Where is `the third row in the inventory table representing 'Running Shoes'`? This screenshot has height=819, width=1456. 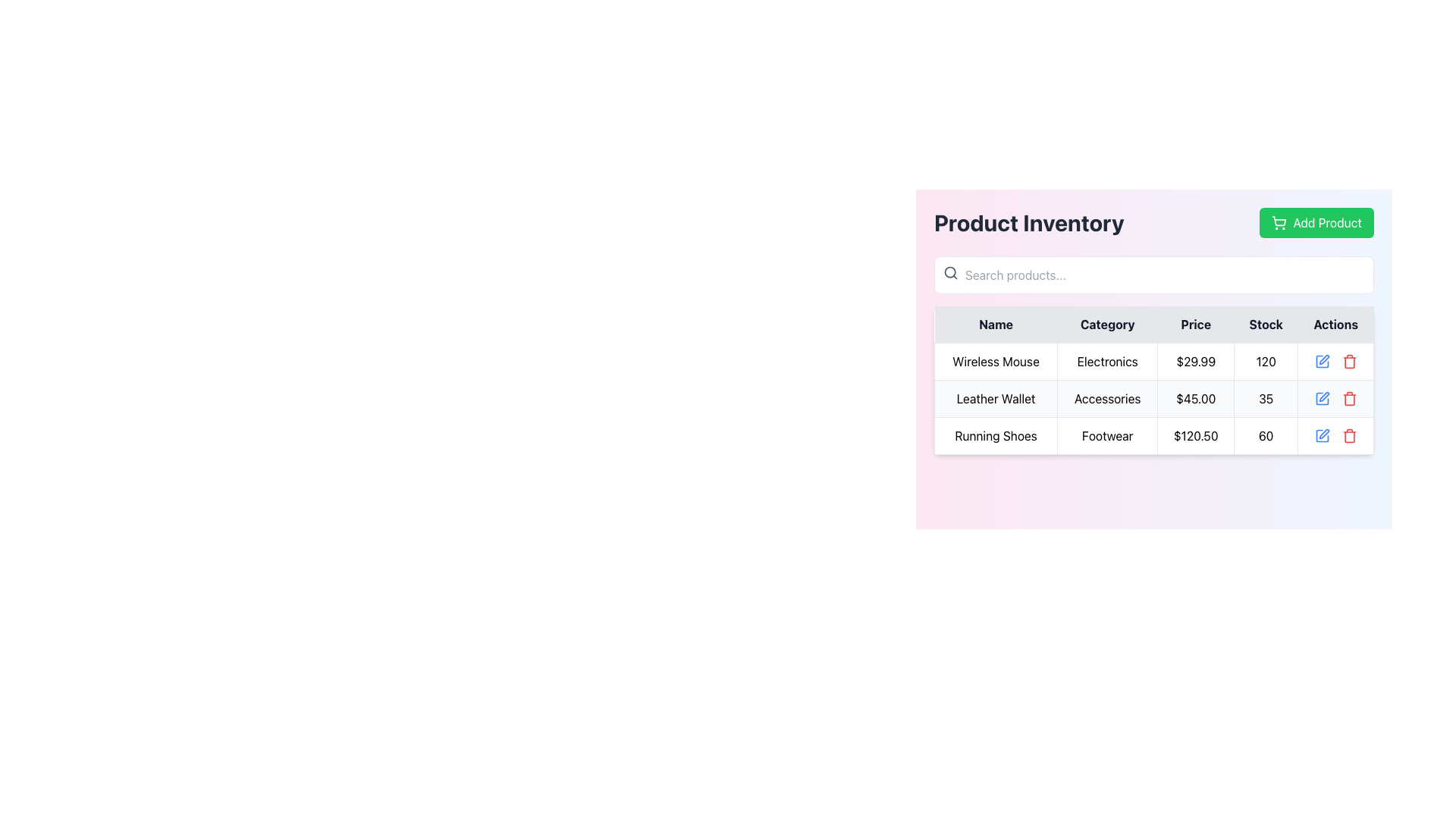 the third row in the inventory table representing 'Running Shoes' is located at coordinates (1153, 435).